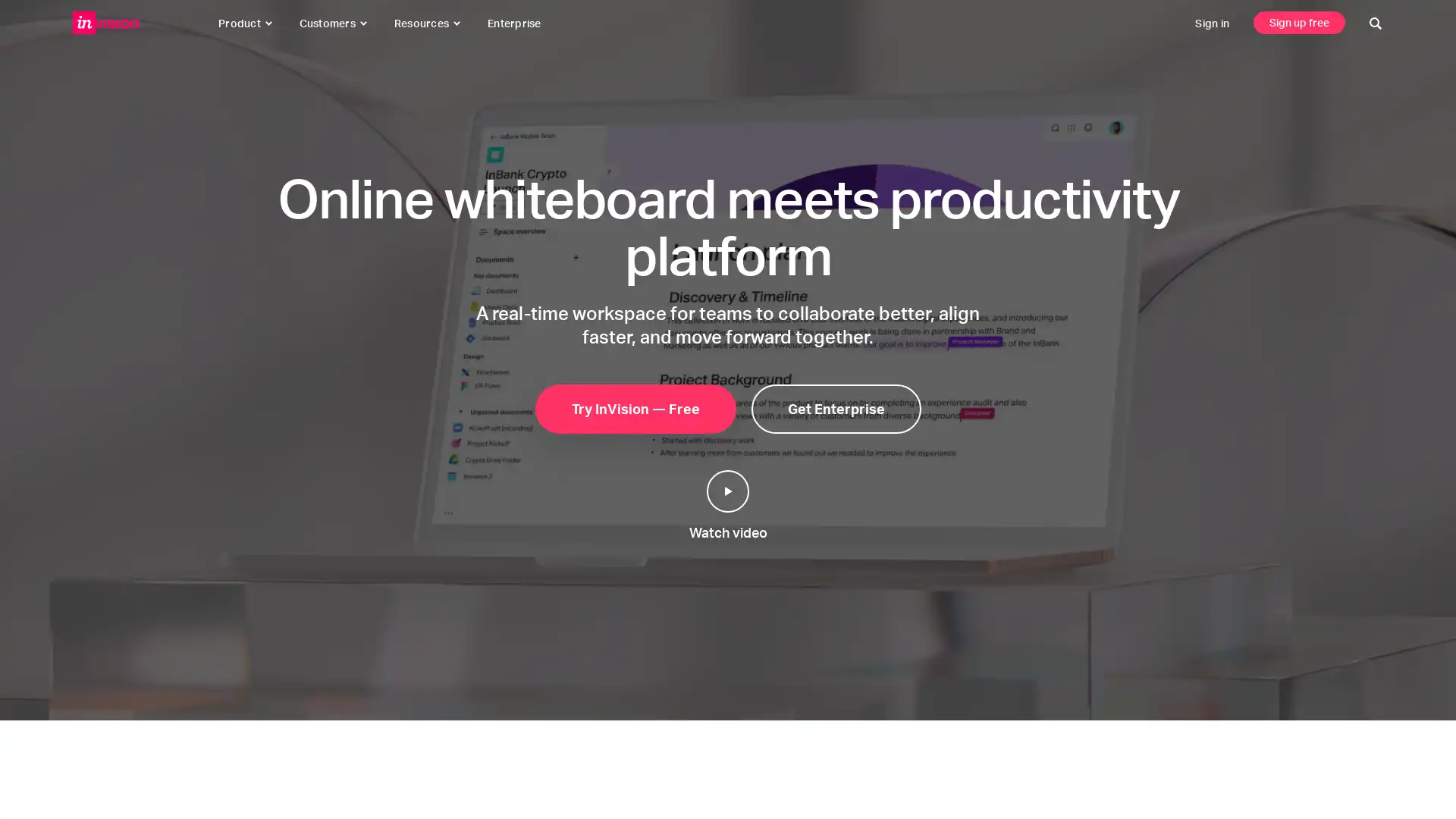  What do you see at coordinates (728, 491) in the screenshot?
I see `play` at bounding box center [728, 491].